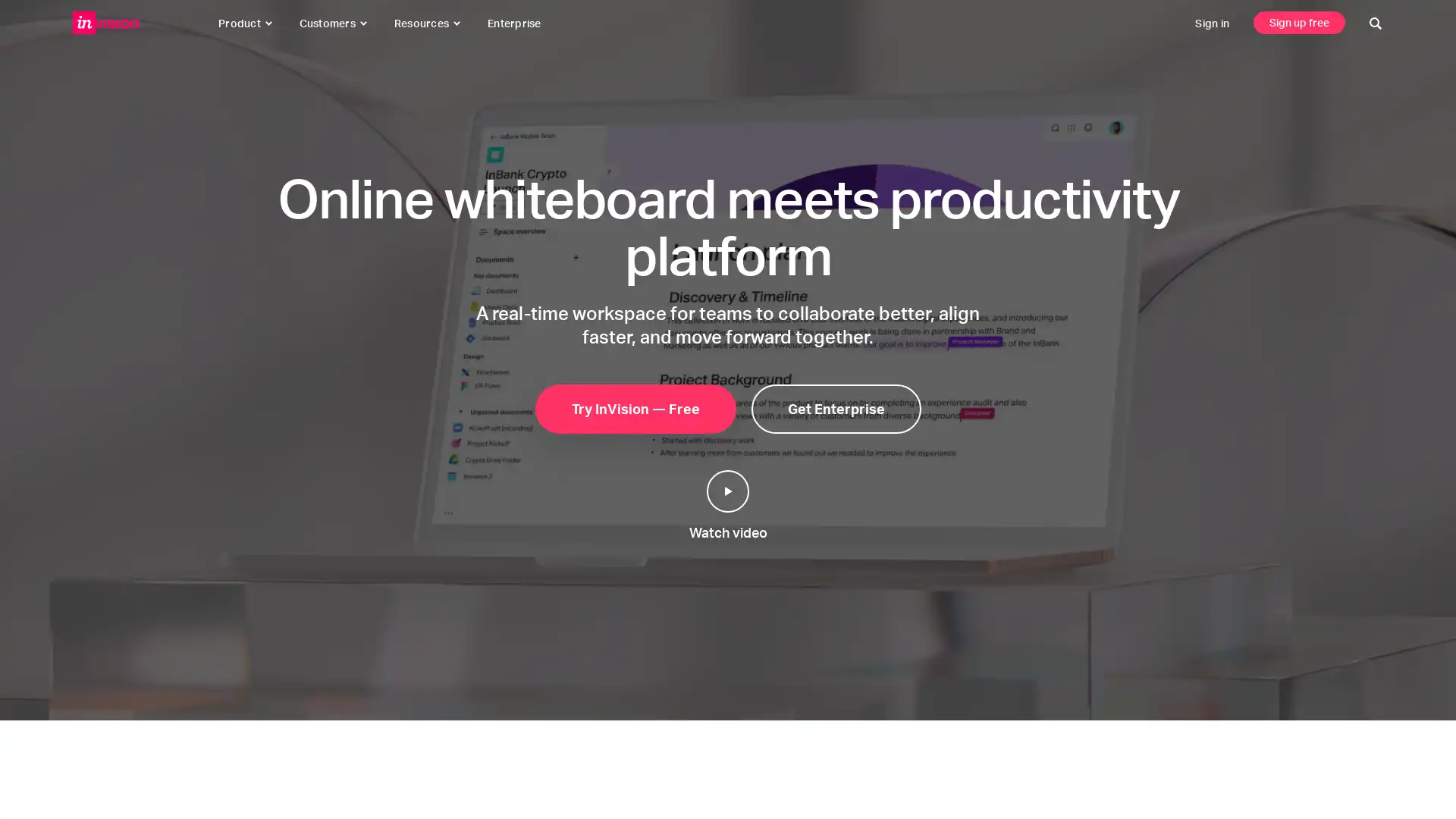  What do you see at coordinates (728, 491) in the screenshot?
I see `play` at bounding box center [728, 491].